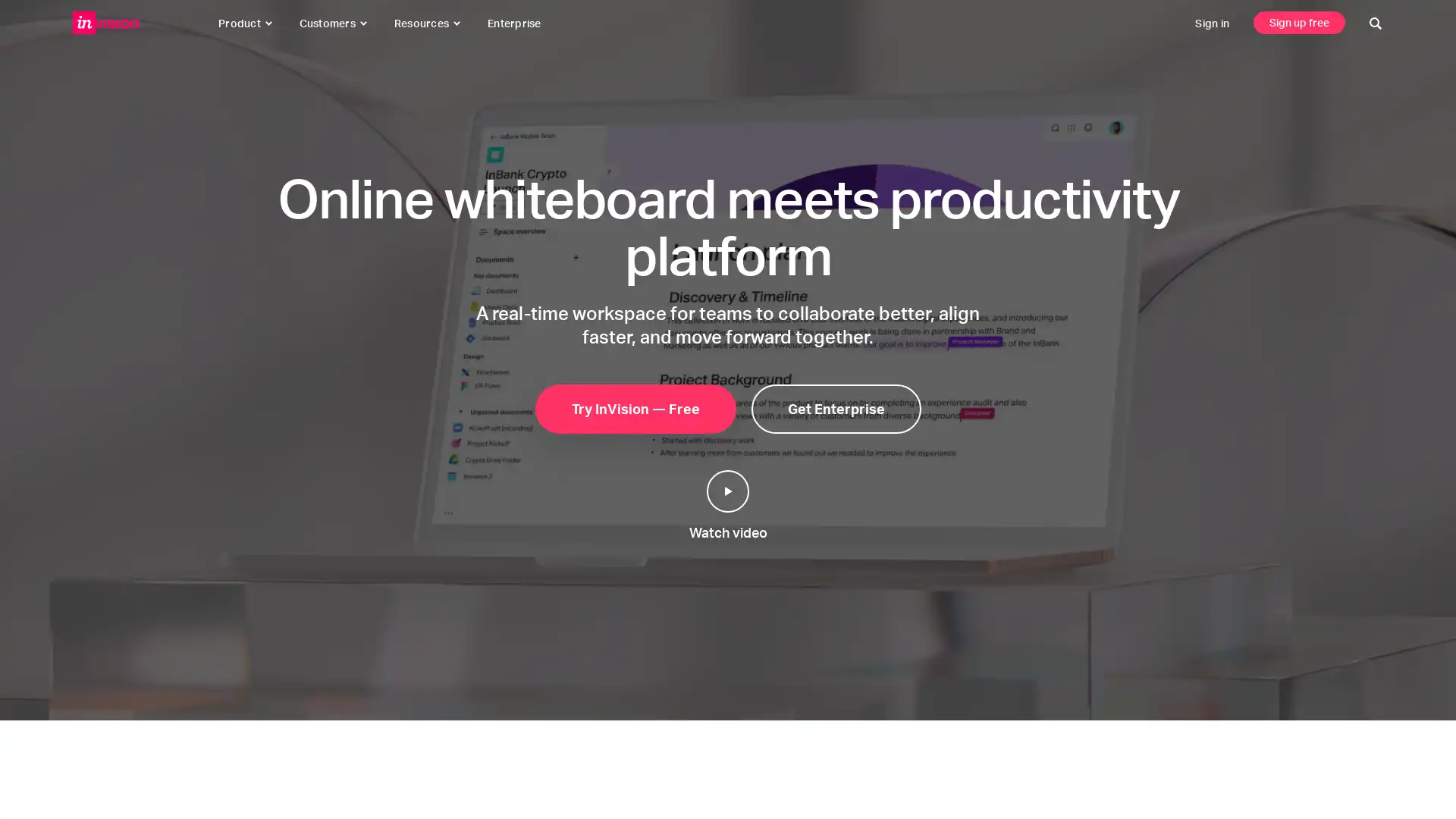  What do you see at coordinates (728, 491) in the screenshot?
I see `play` at bounding box center [728, 491].